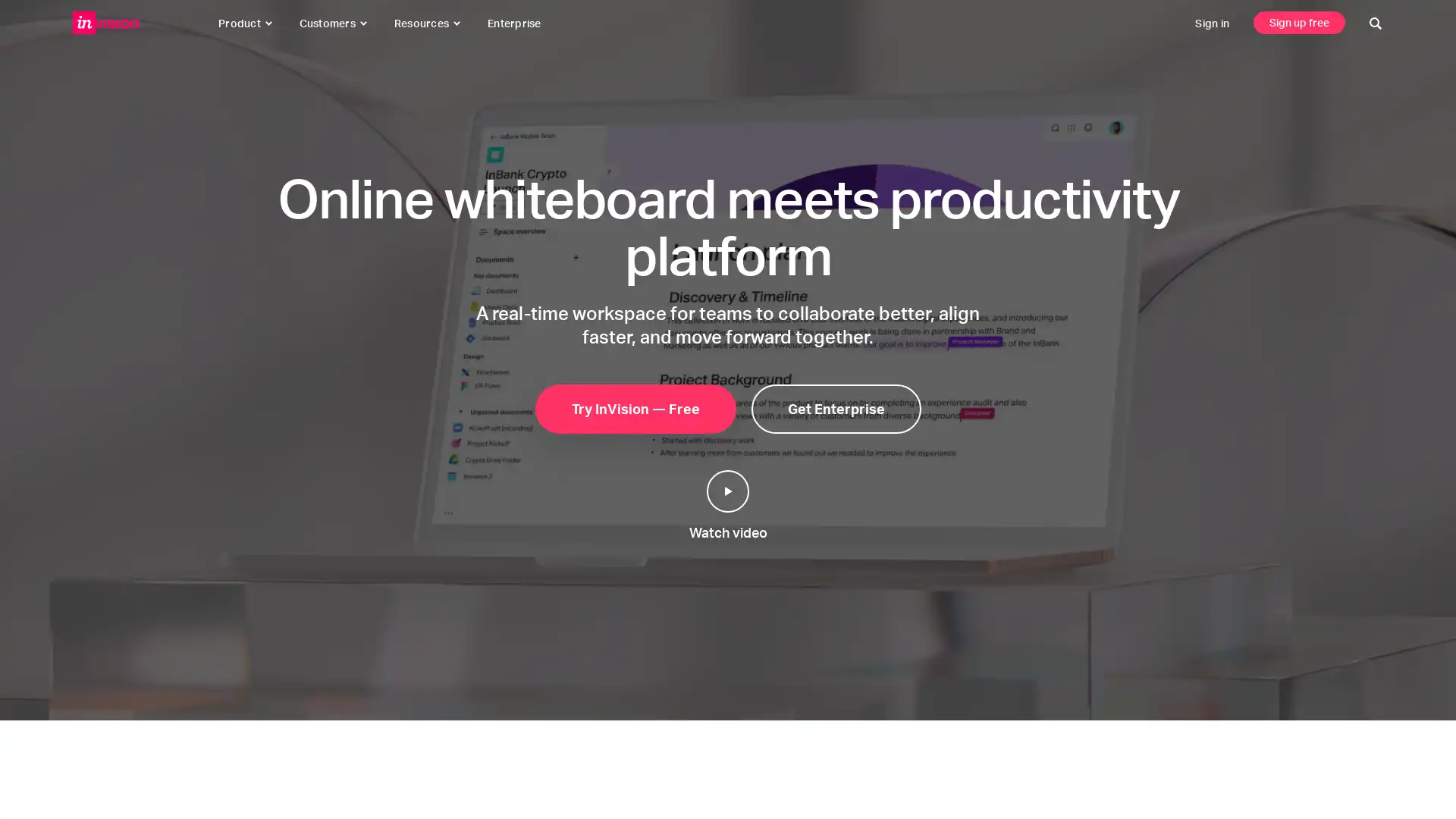  What do you see at coordinates (728, 491) in the screenshot?
I see `play` at bounding box center [728, 491].